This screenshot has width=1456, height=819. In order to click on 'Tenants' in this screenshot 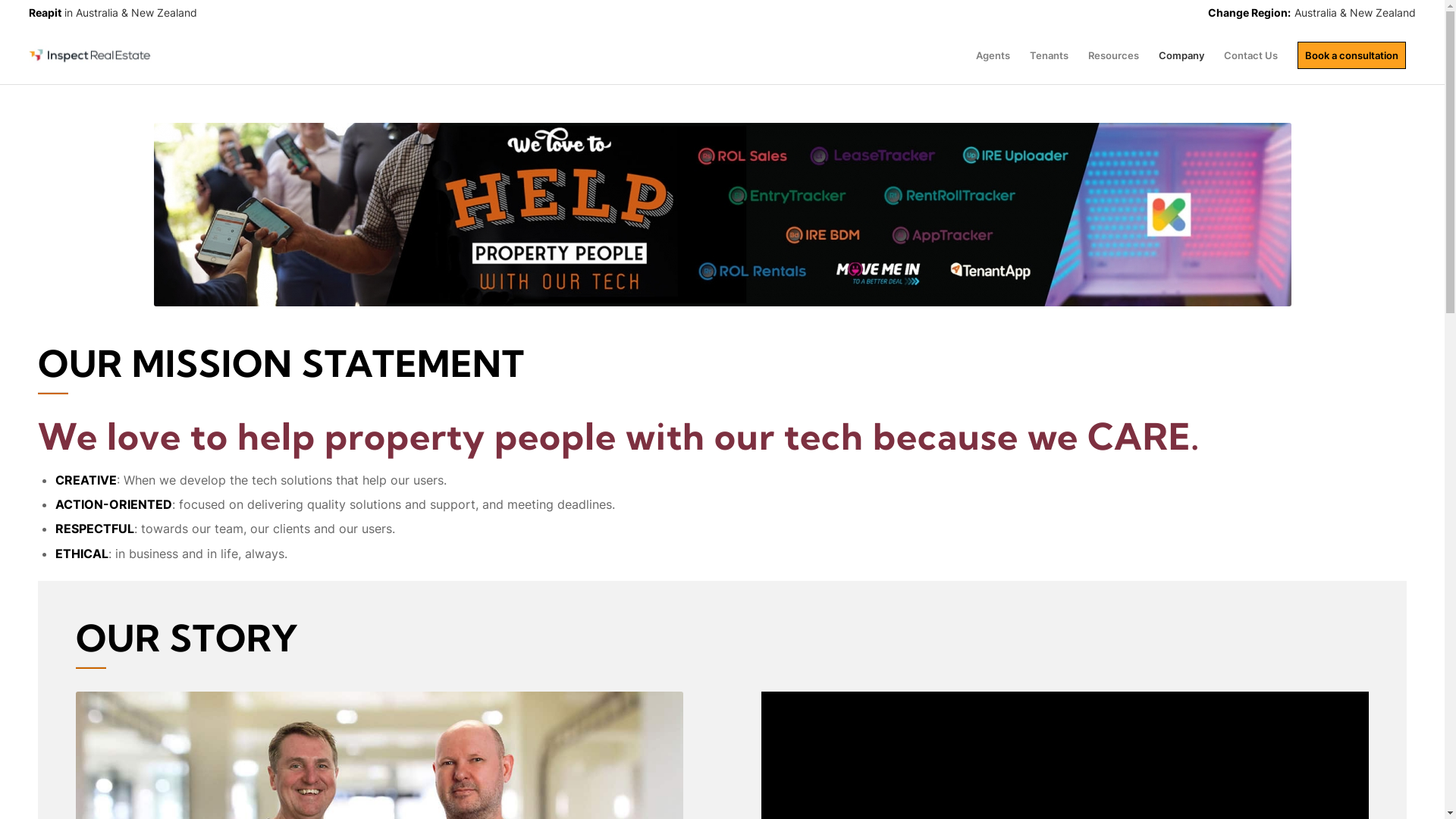, I will do `click(1048, 55)`.